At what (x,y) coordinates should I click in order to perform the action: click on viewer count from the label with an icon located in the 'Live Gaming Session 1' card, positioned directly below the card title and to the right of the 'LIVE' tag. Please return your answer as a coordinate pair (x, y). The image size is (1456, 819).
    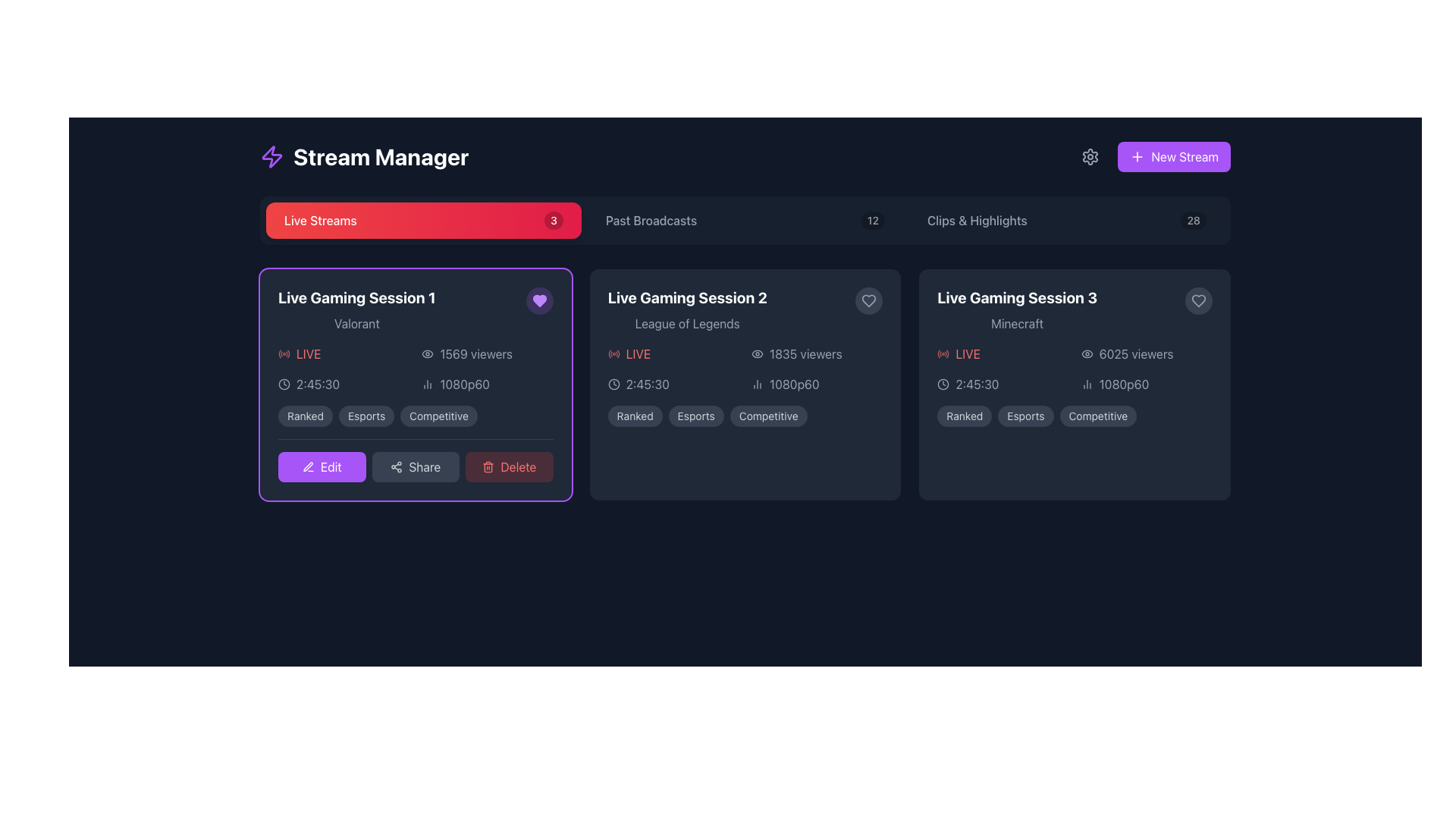
    Looking at the image, I should click on (488, 353).